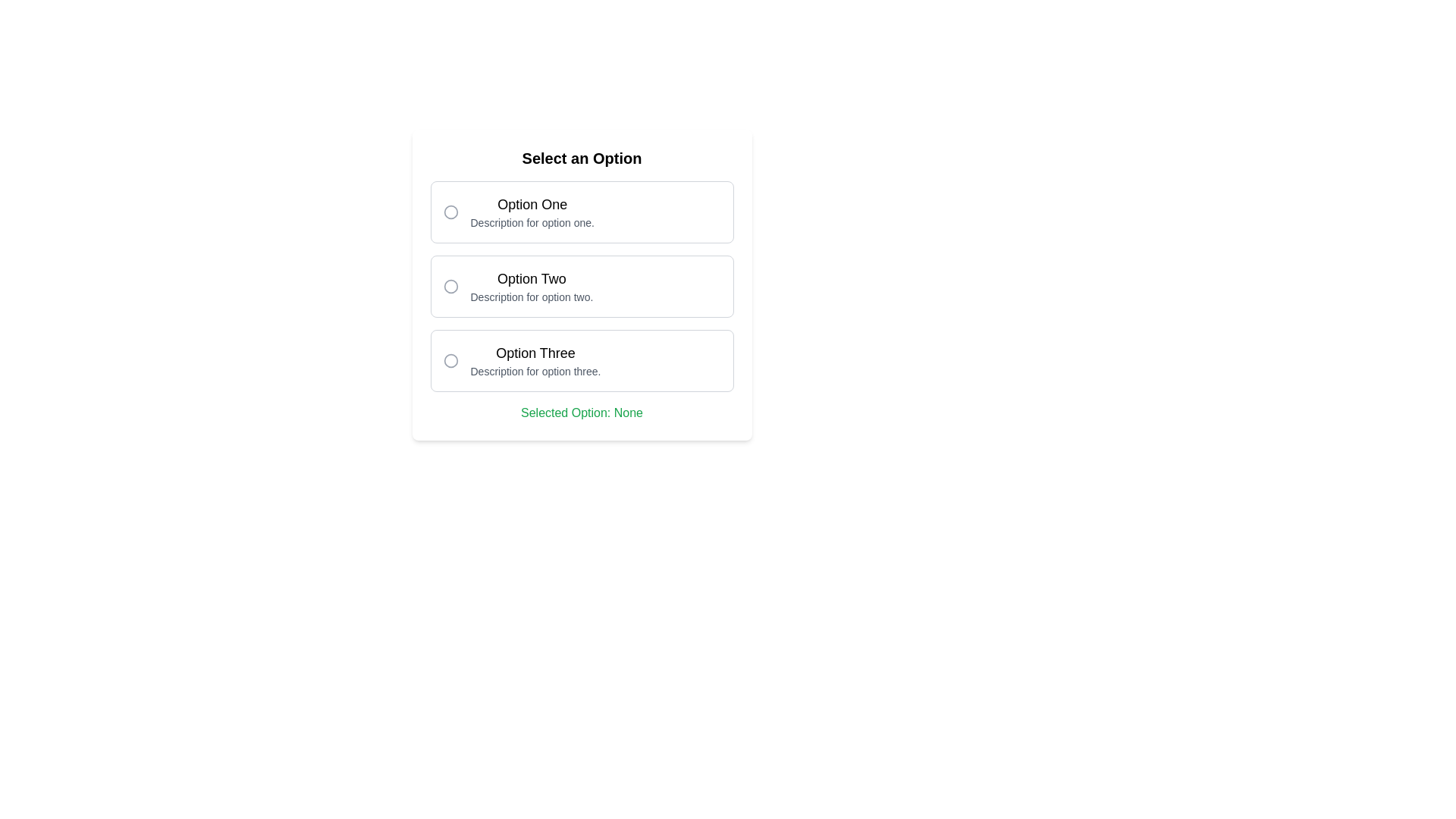 The image size is (1456, 819). I want to click on the unselected state icon located to the left of the text 'Option Three', so click(450, 360).